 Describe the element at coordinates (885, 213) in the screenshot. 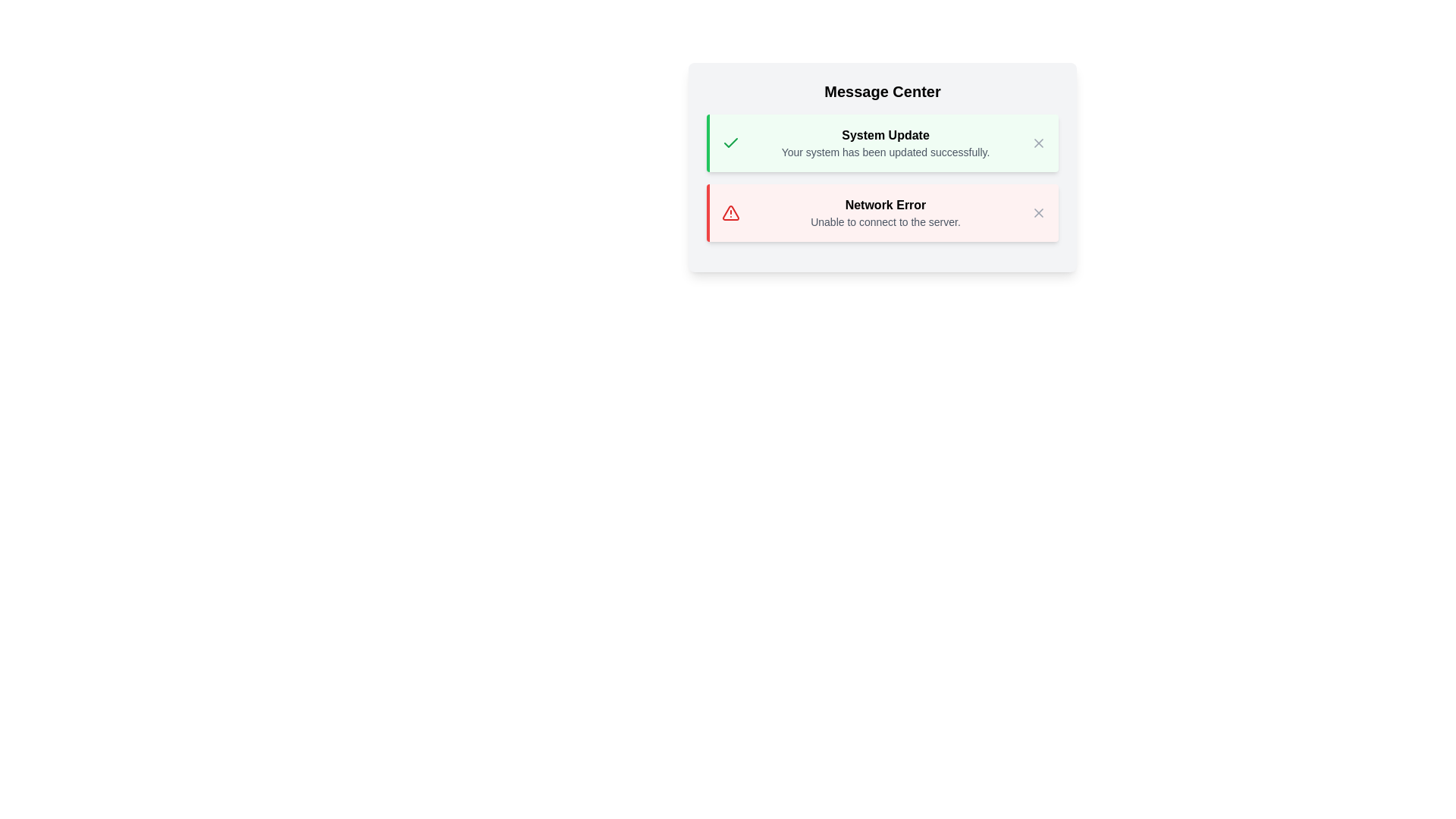

I see `message displayed in the text block underneath the 'Network Error' heading, which states 'Unable to connect to the server.'` at that location.